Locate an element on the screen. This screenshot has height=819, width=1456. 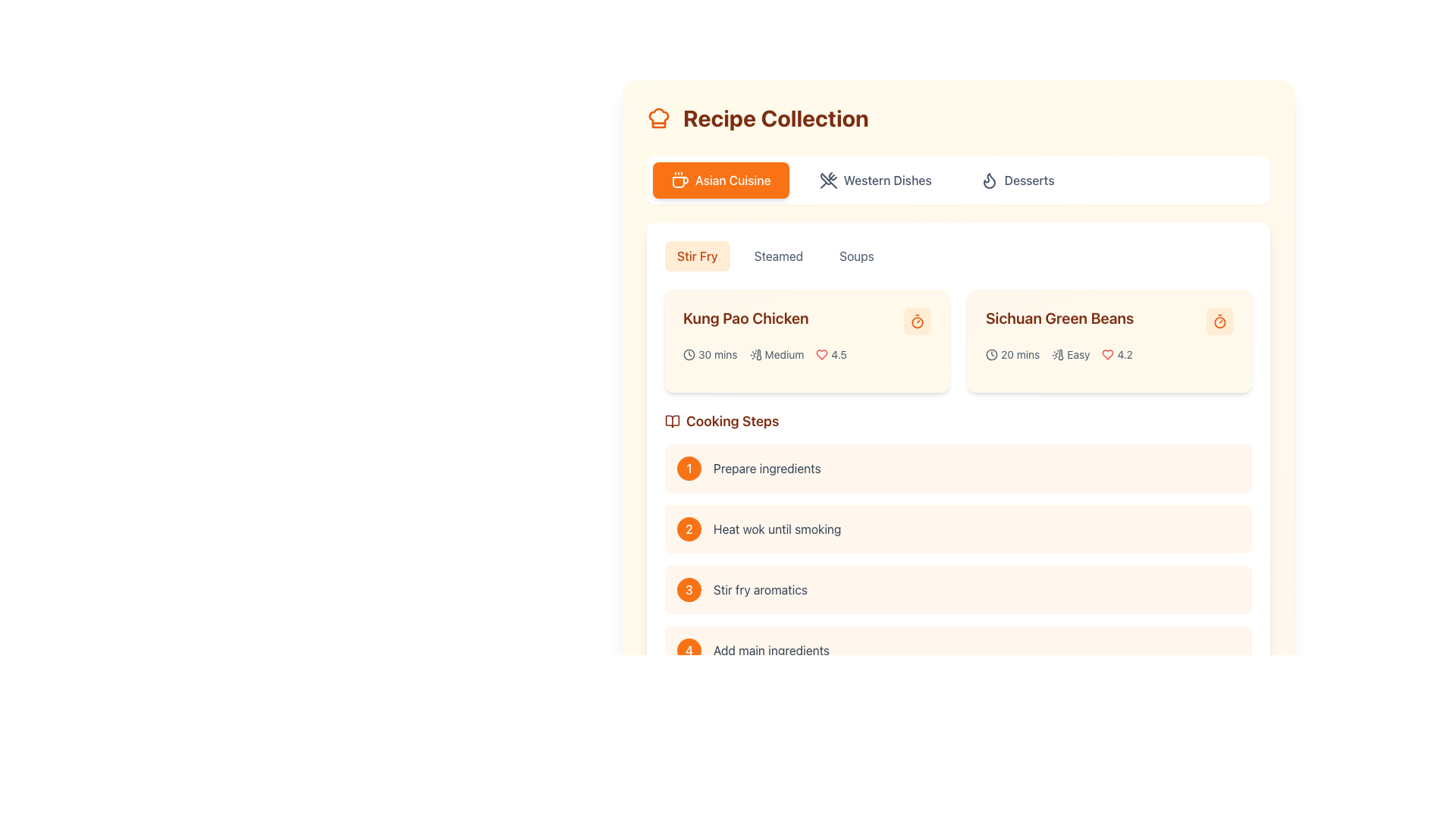
the heat indicator icon for the 'Kung Pao Chicken' recipe, which is the fourth icon in a group of icons located in the upper-right area of the card is located at coordinates (758, 354).